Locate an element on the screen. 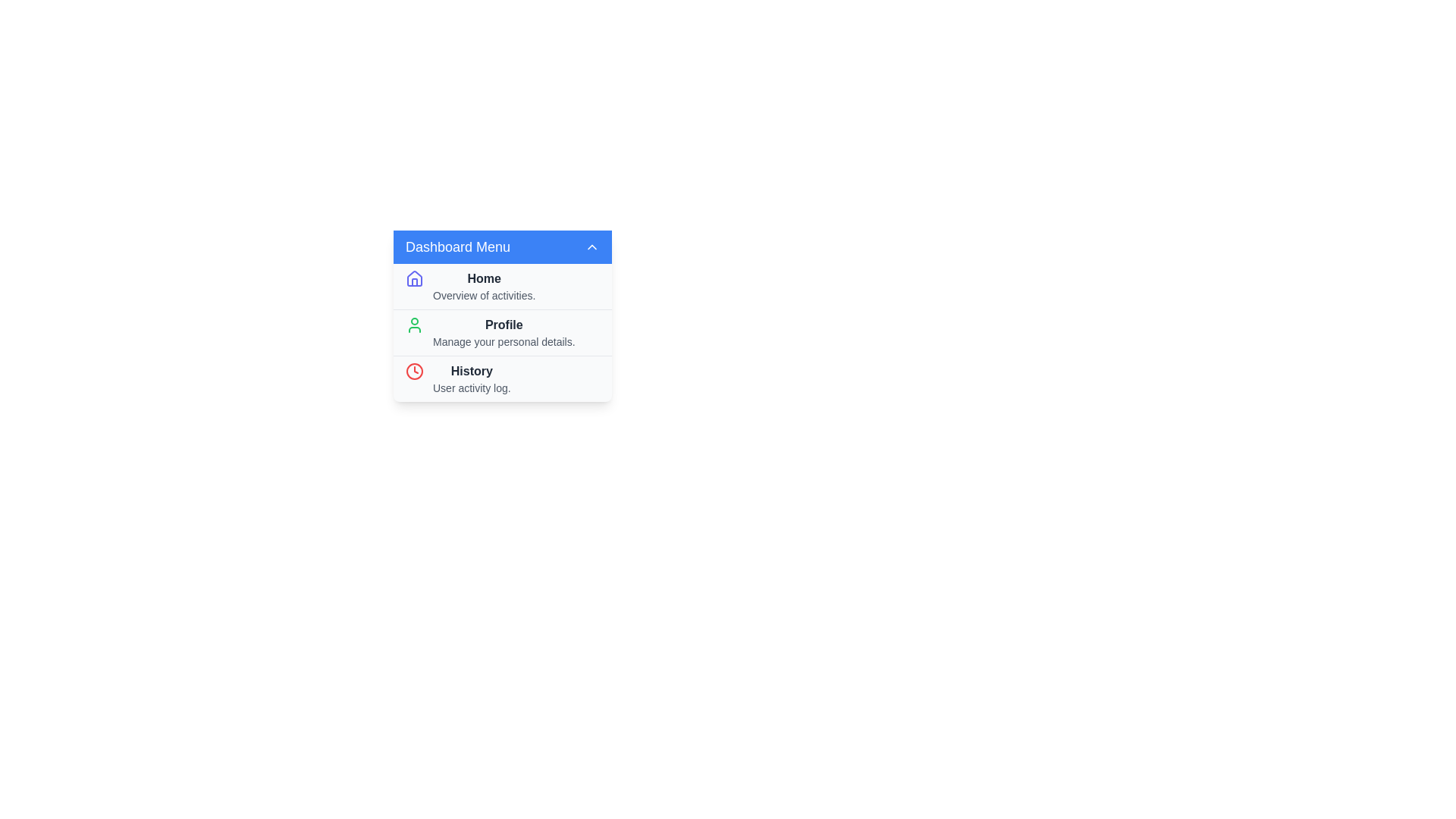  the 'History' menu item in the sidebar is located at coordinates (502, 377).